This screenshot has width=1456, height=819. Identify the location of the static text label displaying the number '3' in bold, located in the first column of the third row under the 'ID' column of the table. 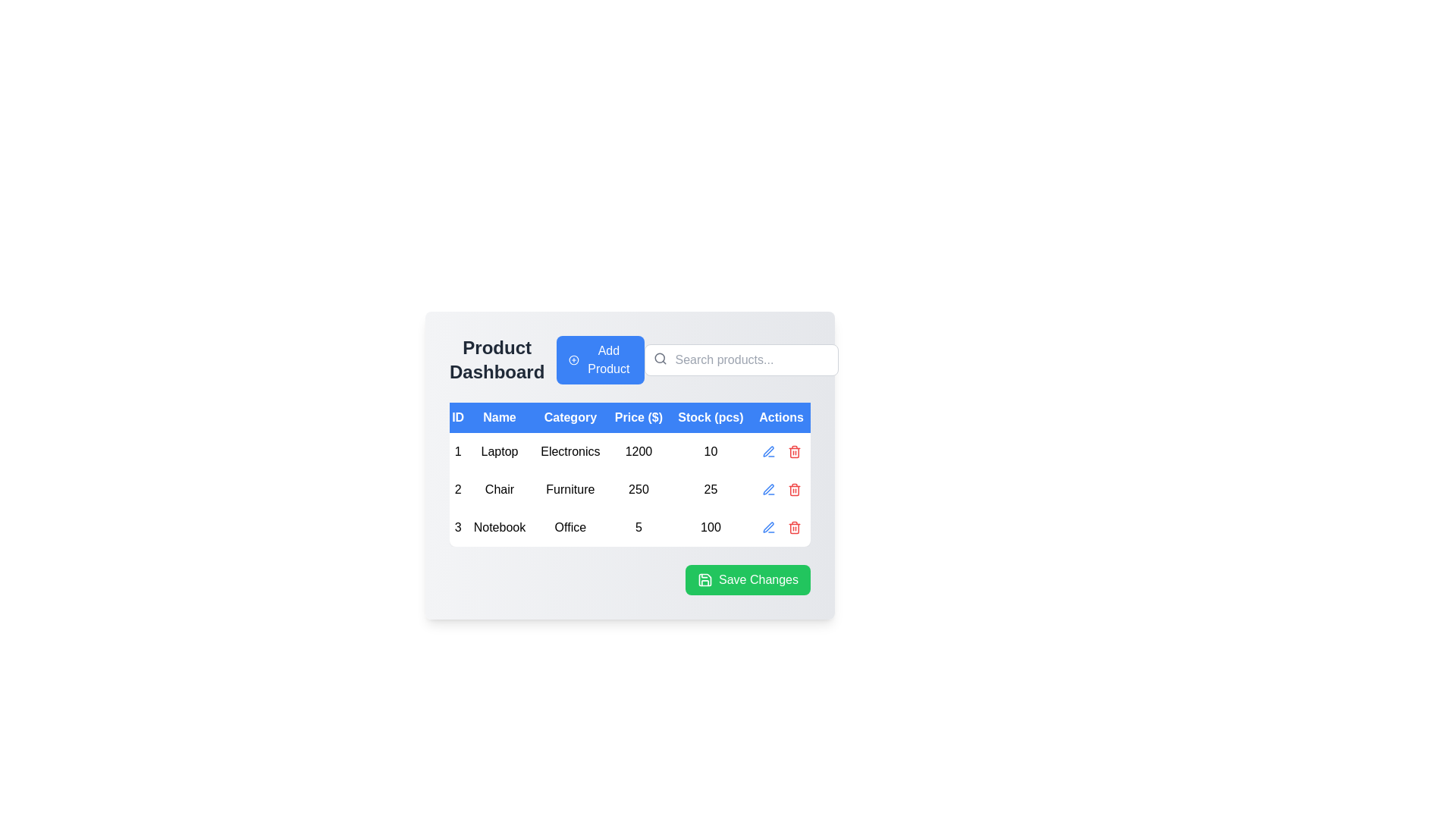
(457, 526).